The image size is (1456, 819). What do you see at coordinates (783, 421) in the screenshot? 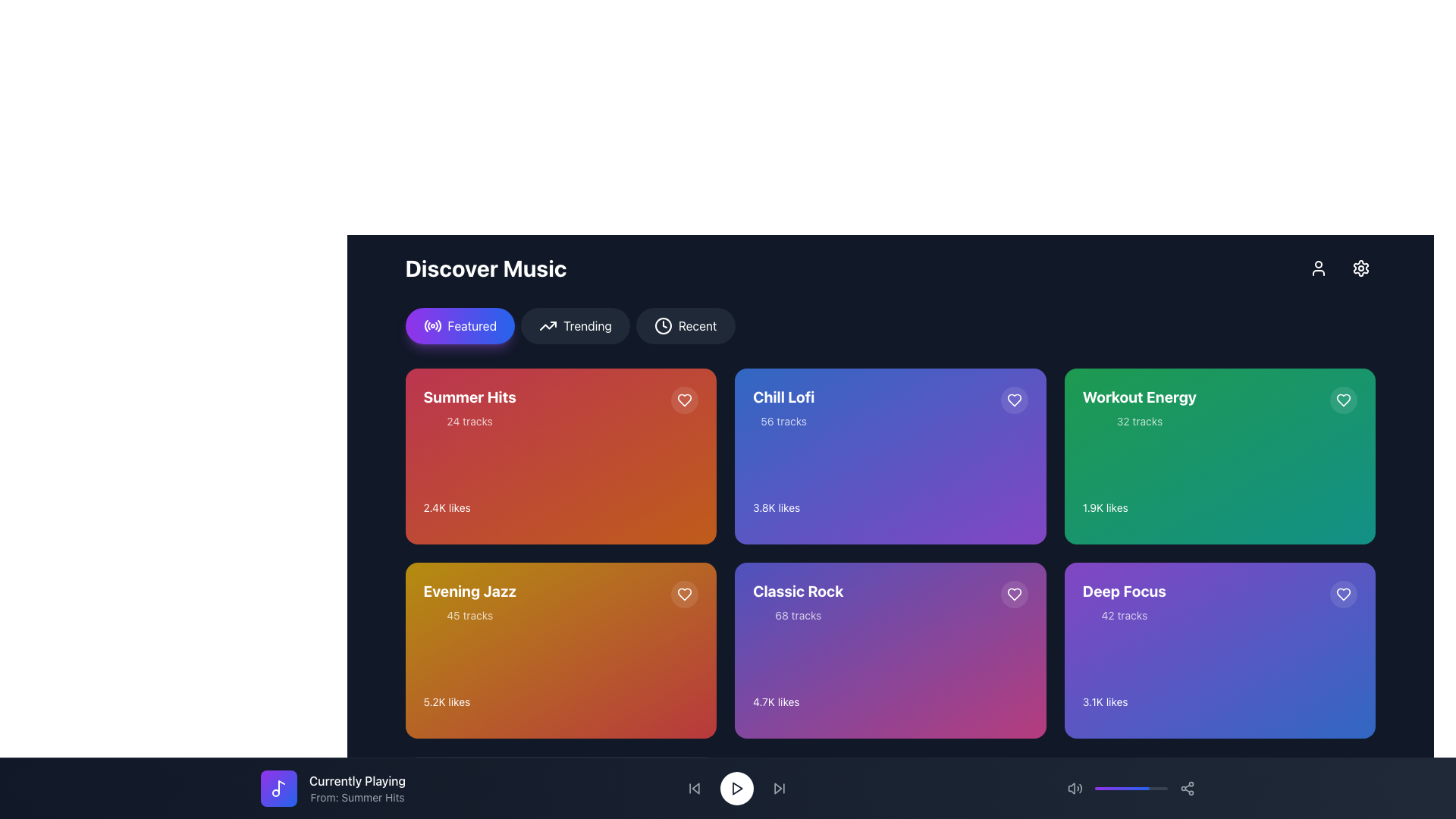
I see `text label displaying '56 tracks', which is located below the title 'Chill Lofi' in the card UI component with a purple gradient background` at bounding box center [783, 421].